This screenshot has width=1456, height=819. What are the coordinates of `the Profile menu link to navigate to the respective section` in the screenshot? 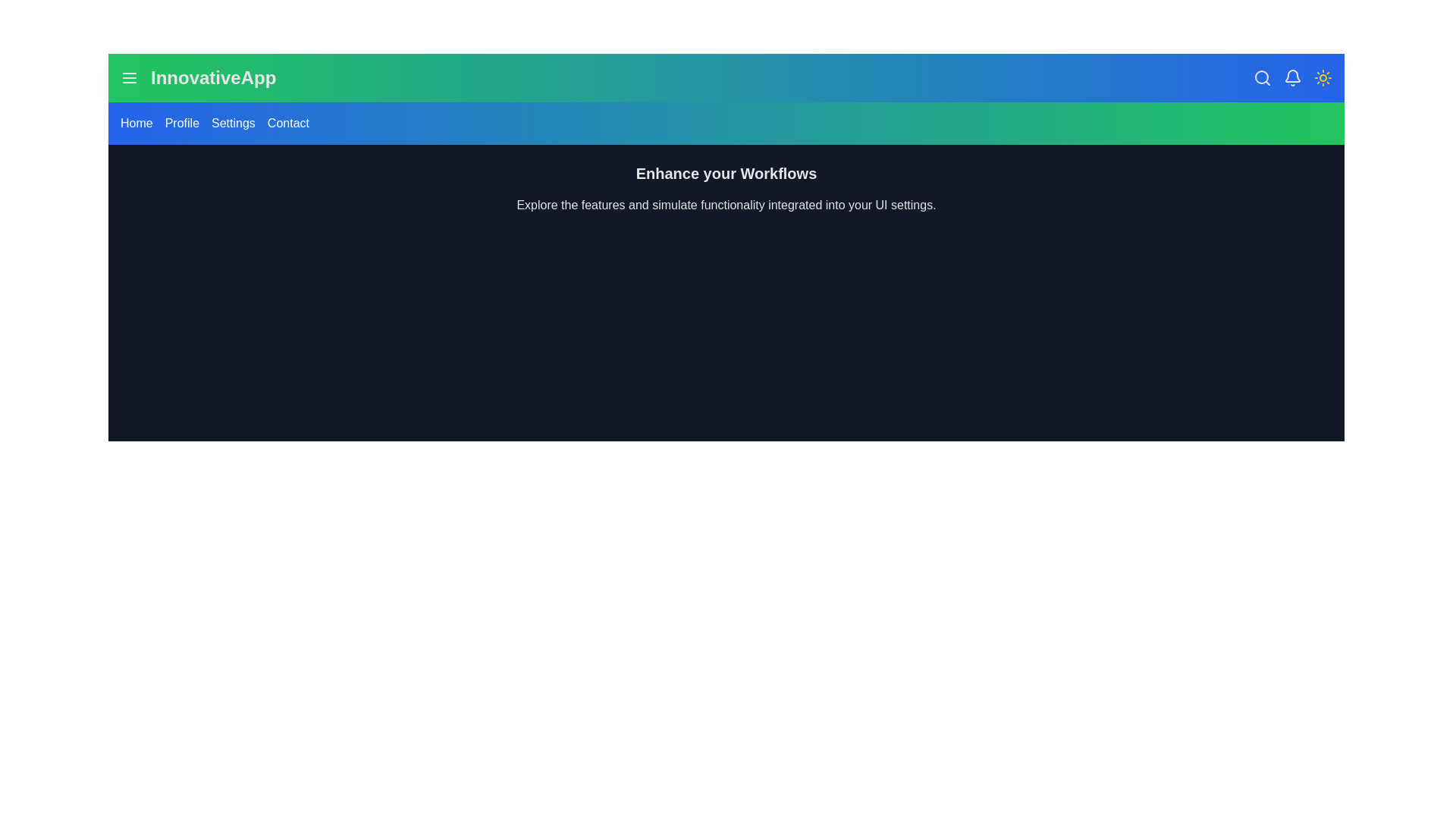 It's located at (182, 122).